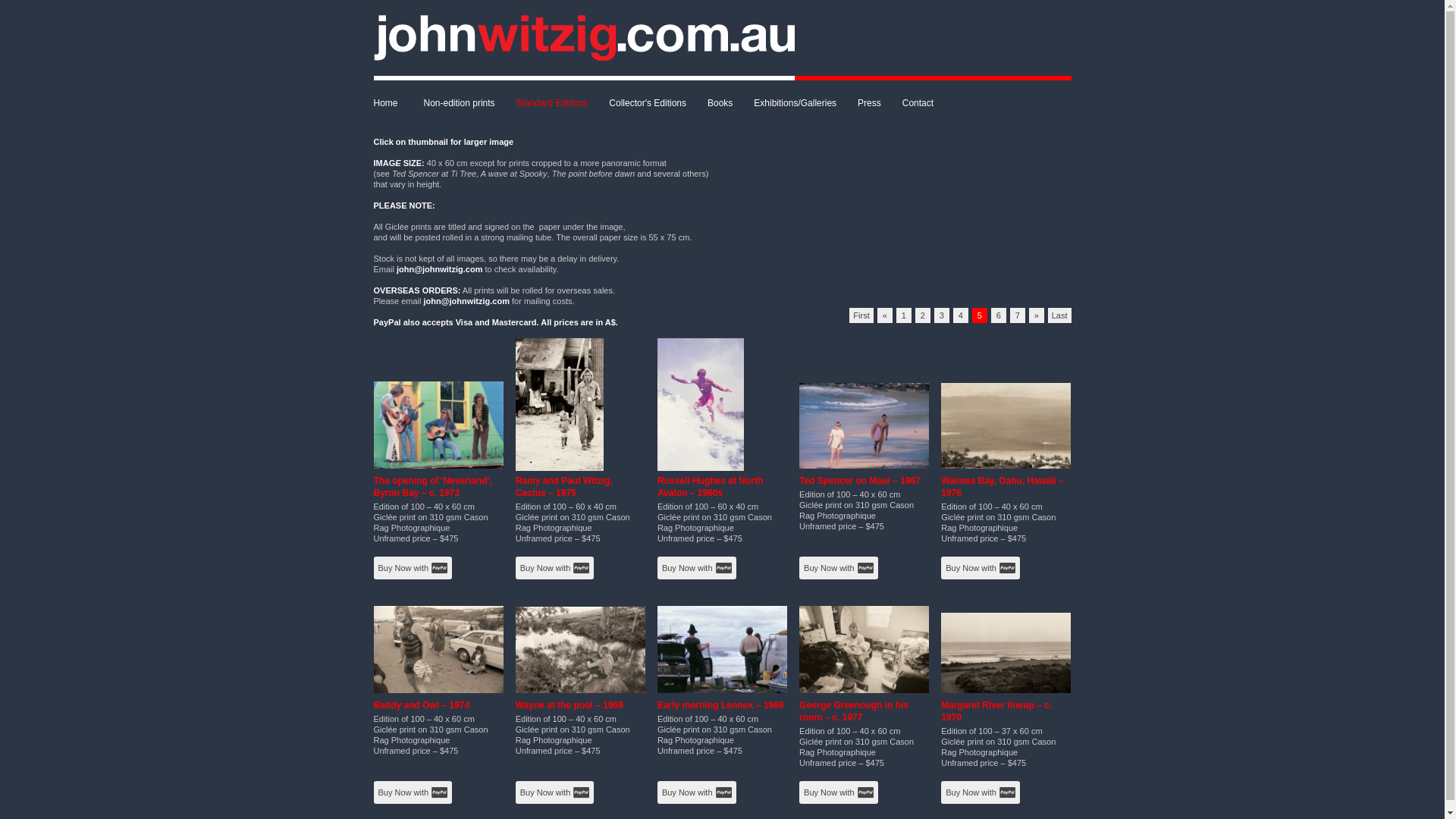 The image size is (1456, 819). What do you see at coordinates (648, 102) in the screenshot?
I see `'Collector's Editions'` at bounding box center [648, 102].